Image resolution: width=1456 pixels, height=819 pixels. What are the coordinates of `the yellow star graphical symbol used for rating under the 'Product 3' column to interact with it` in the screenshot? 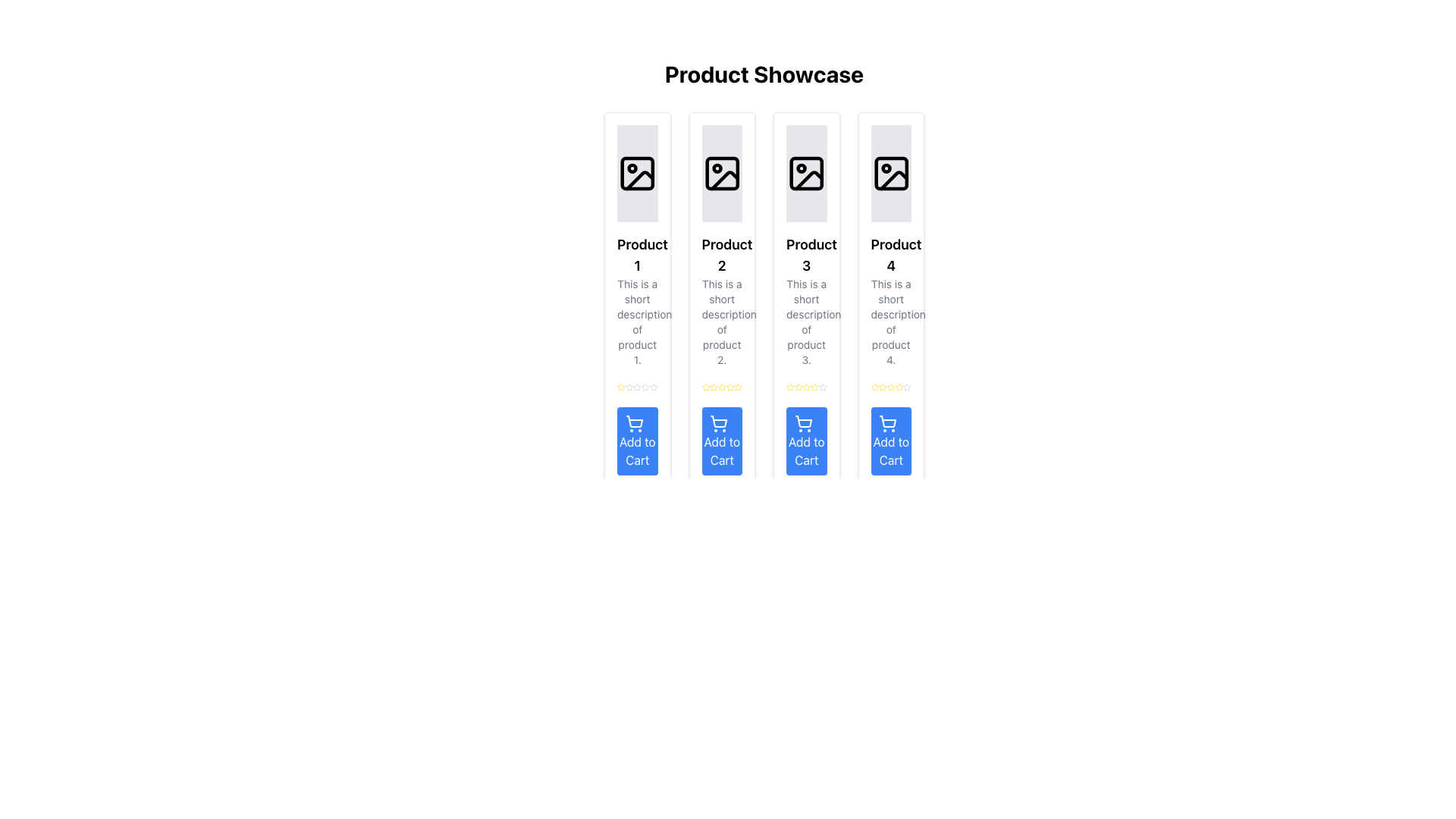 It's located at (805, 386).